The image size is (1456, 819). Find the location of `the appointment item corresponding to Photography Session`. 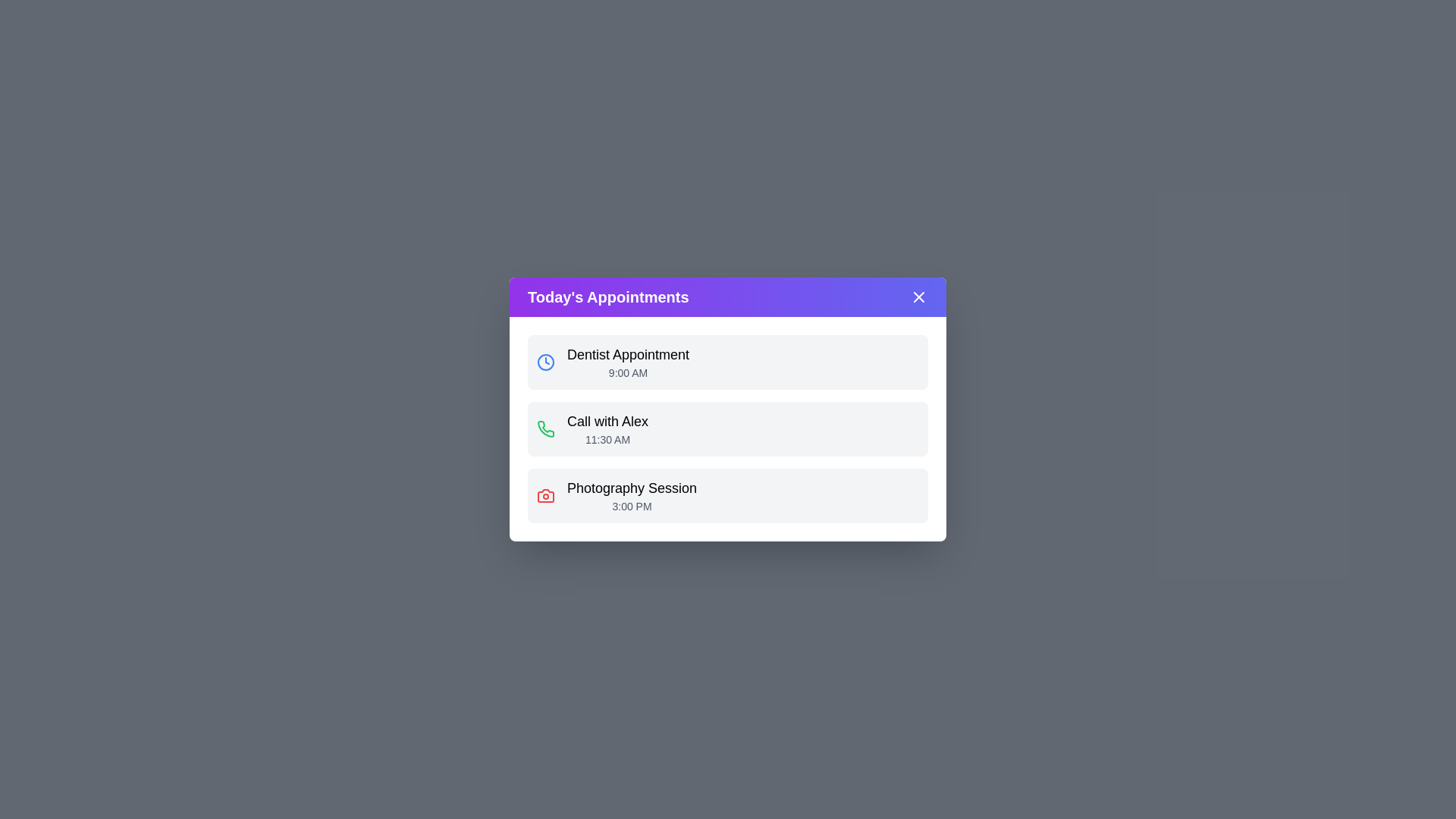

the appointment item corresponding to Photography Session is located at coordinates (728, 496).